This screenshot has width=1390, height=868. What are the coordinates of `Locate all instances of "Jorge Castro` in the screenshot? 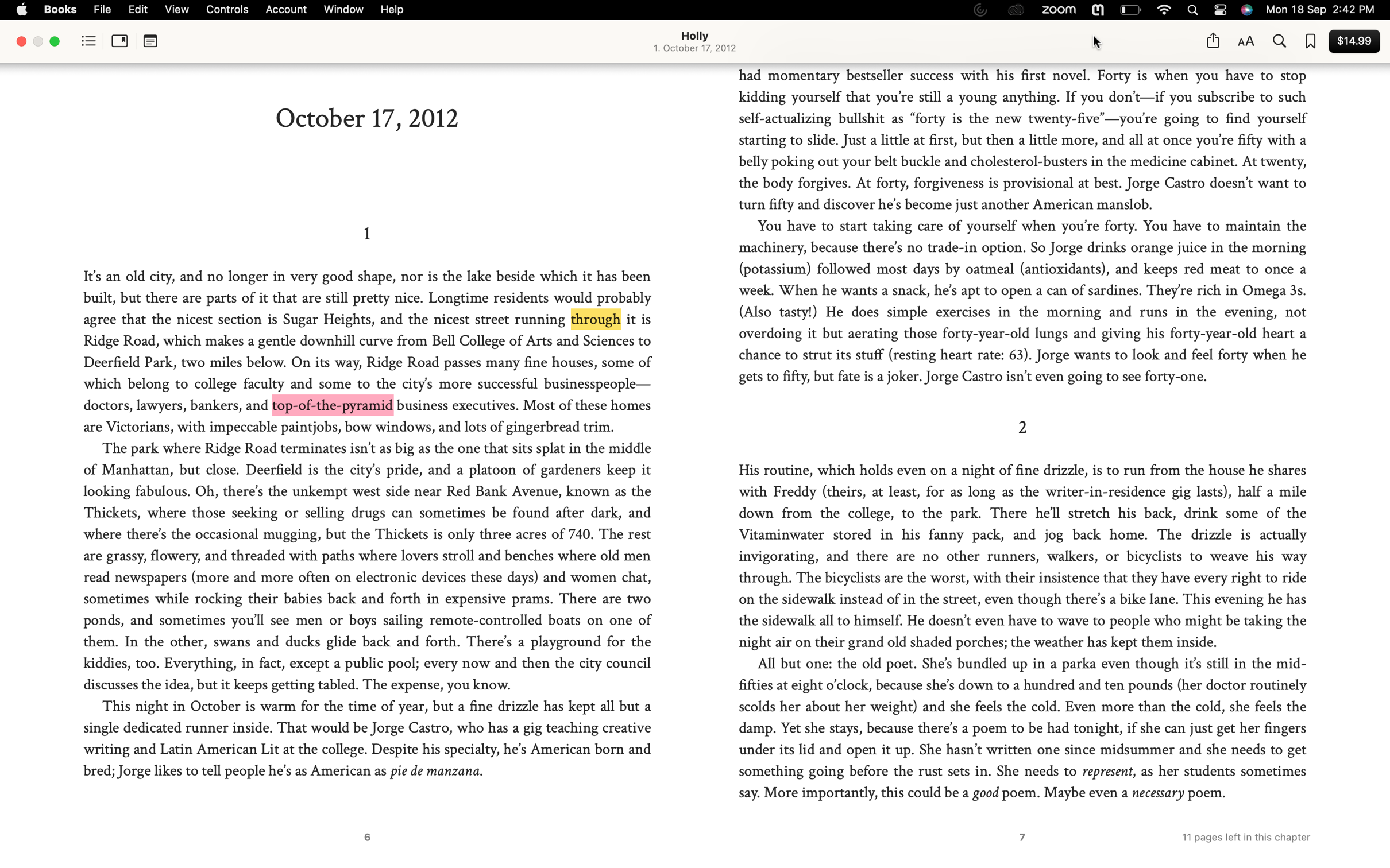 It's located at (1278, 42).